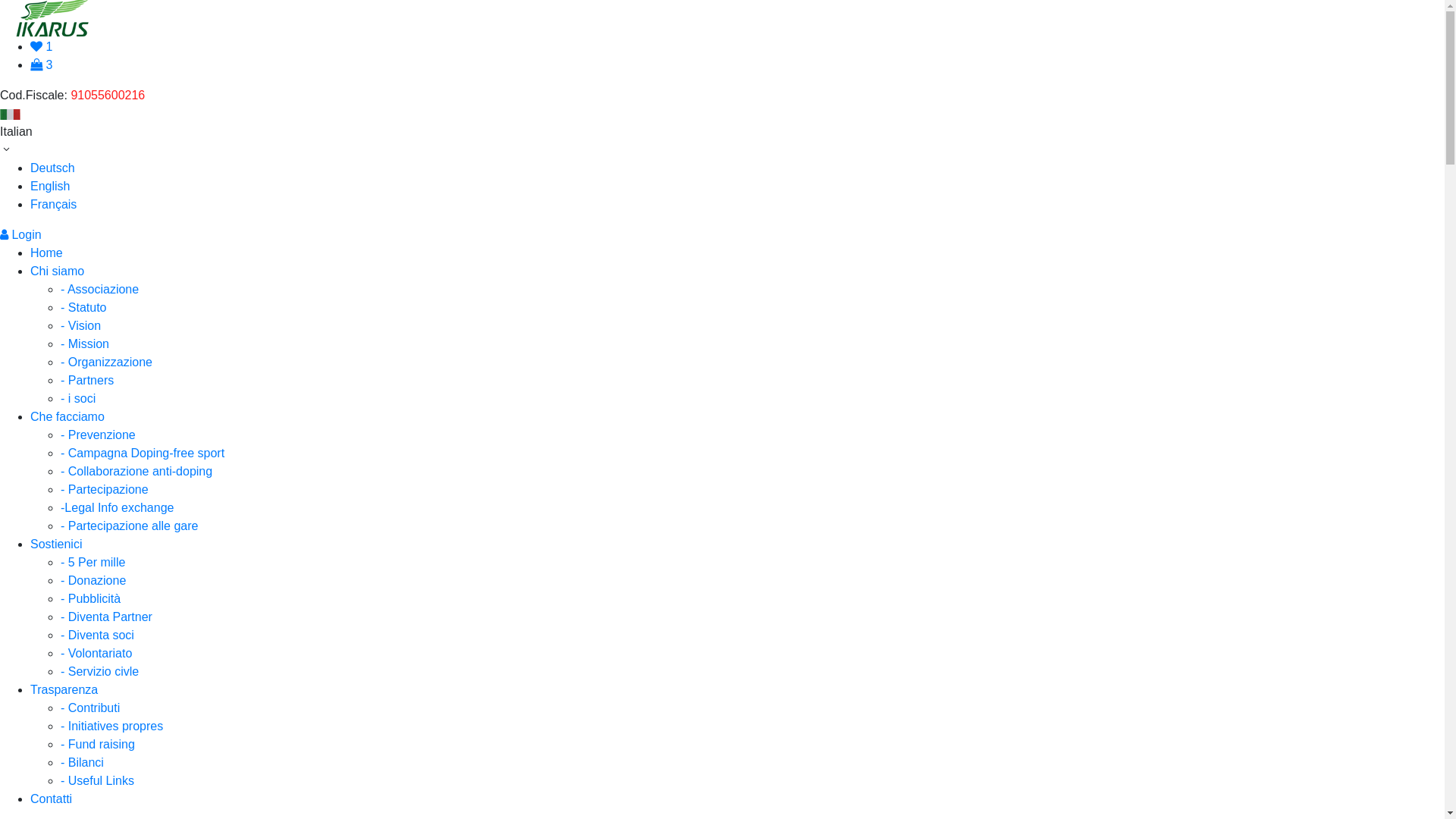 This screenshot has width=1456, height=819. I want to click on '- Collaborazione anti-doping', so click(136, 470).